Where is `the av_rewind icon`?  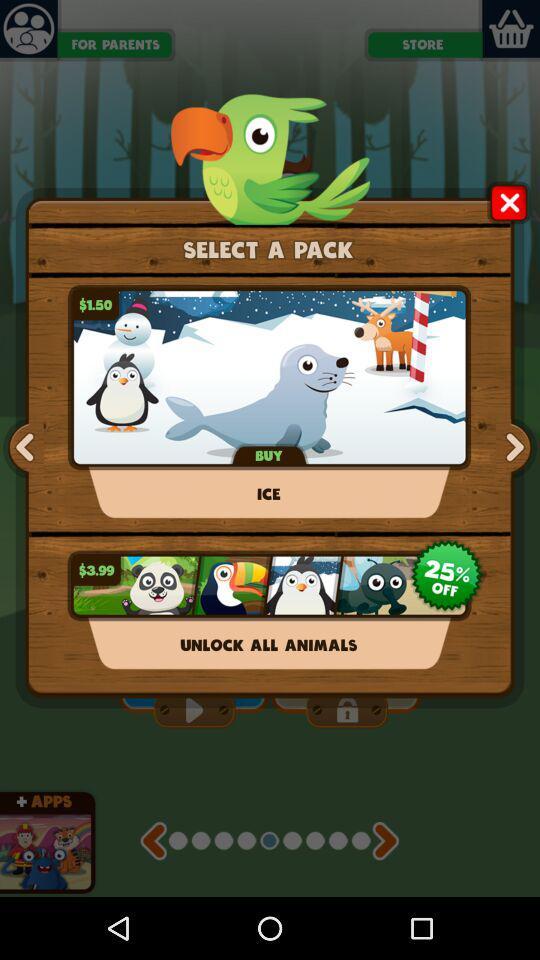 the av_rewind icon is located at coordinates (152, 899).